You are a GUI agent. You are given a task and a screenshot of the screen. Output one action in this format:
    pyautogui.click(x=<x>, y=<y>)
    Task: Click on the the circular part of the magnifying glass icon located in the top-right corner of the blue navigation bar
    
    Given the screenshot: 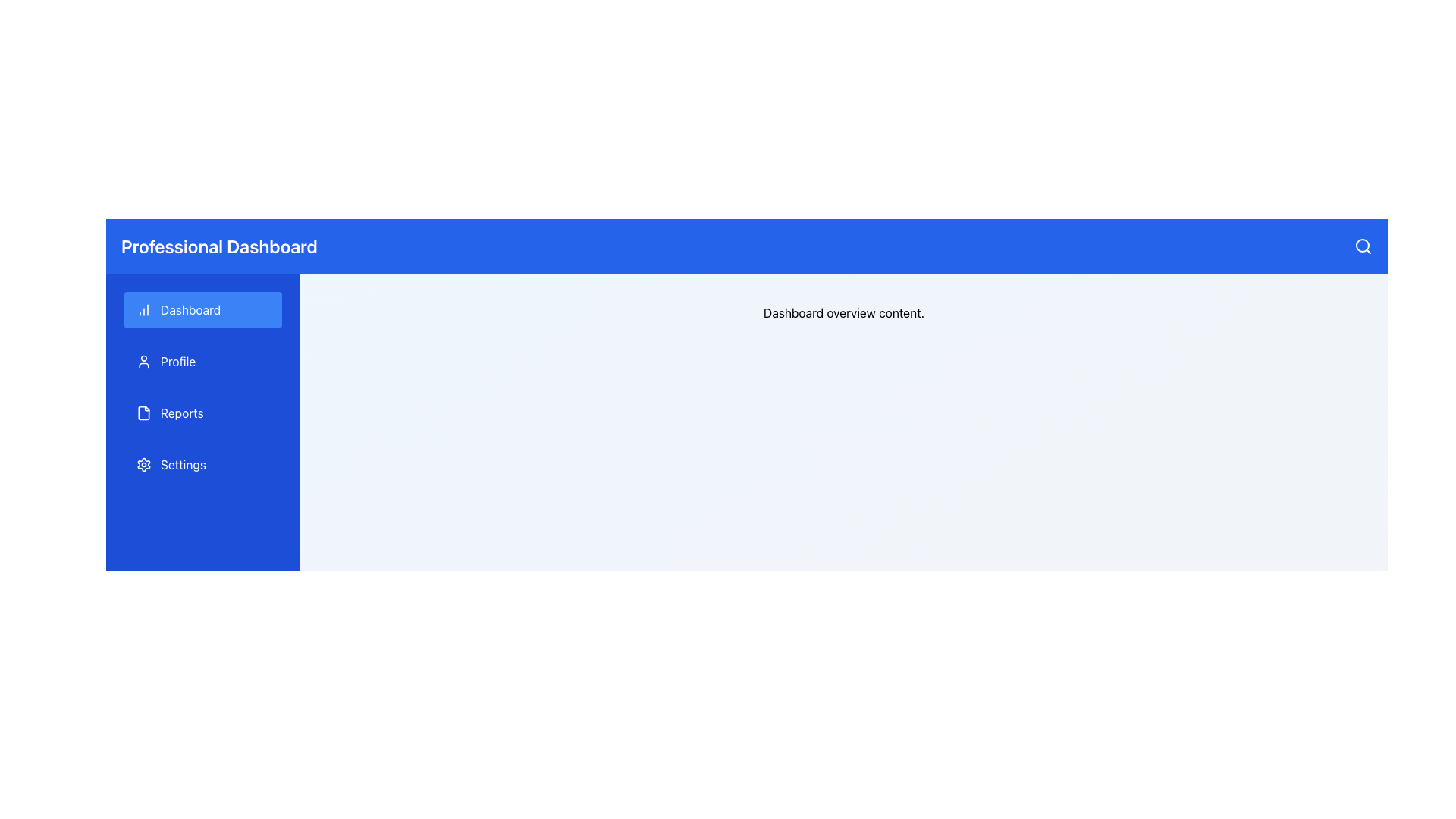 What is the action you would take?
    pyautogui.click(x=1362, y=245)
    